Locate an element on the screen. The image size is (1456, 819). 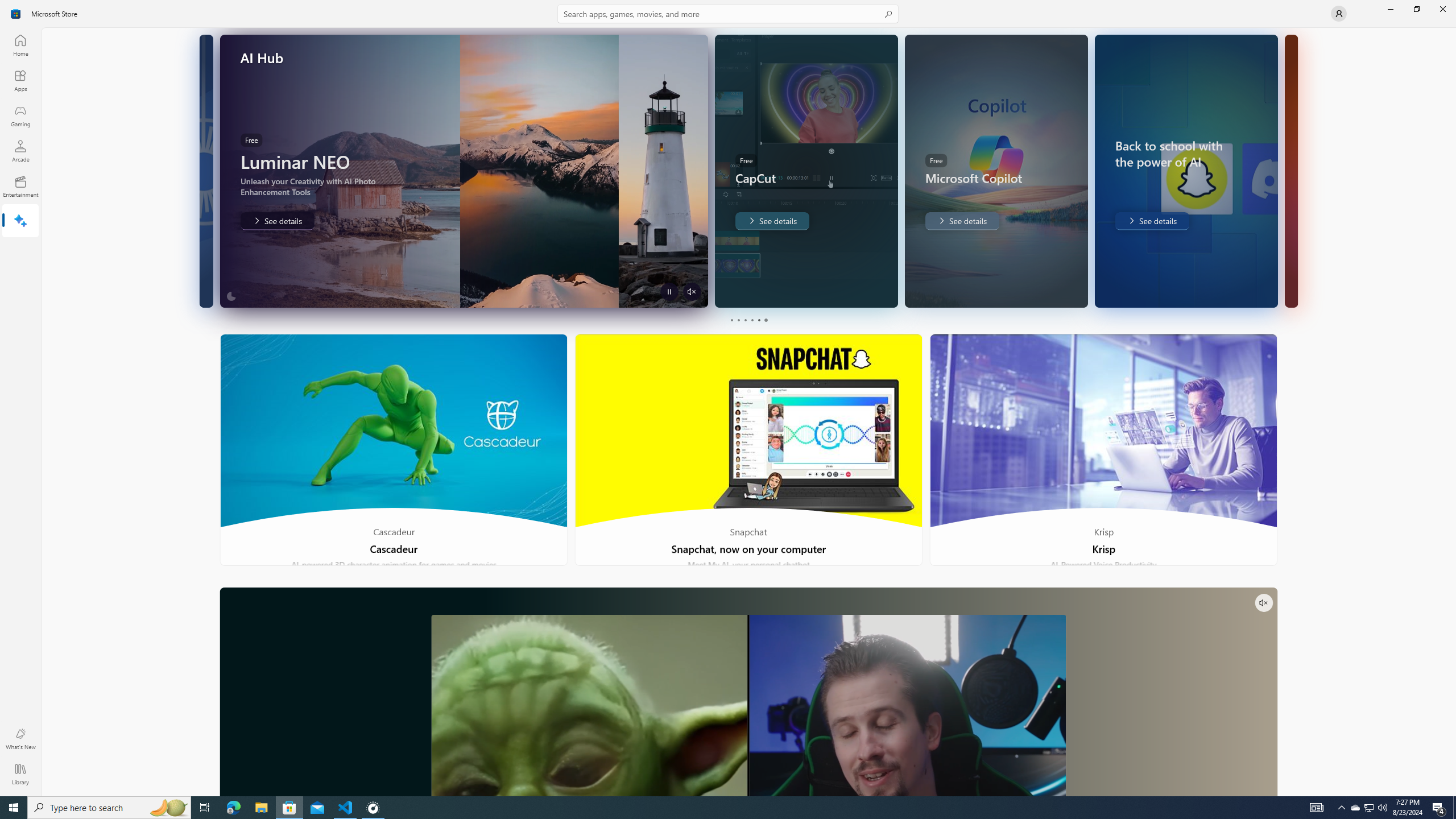
'Pager' is located at coordinates (747, 320).